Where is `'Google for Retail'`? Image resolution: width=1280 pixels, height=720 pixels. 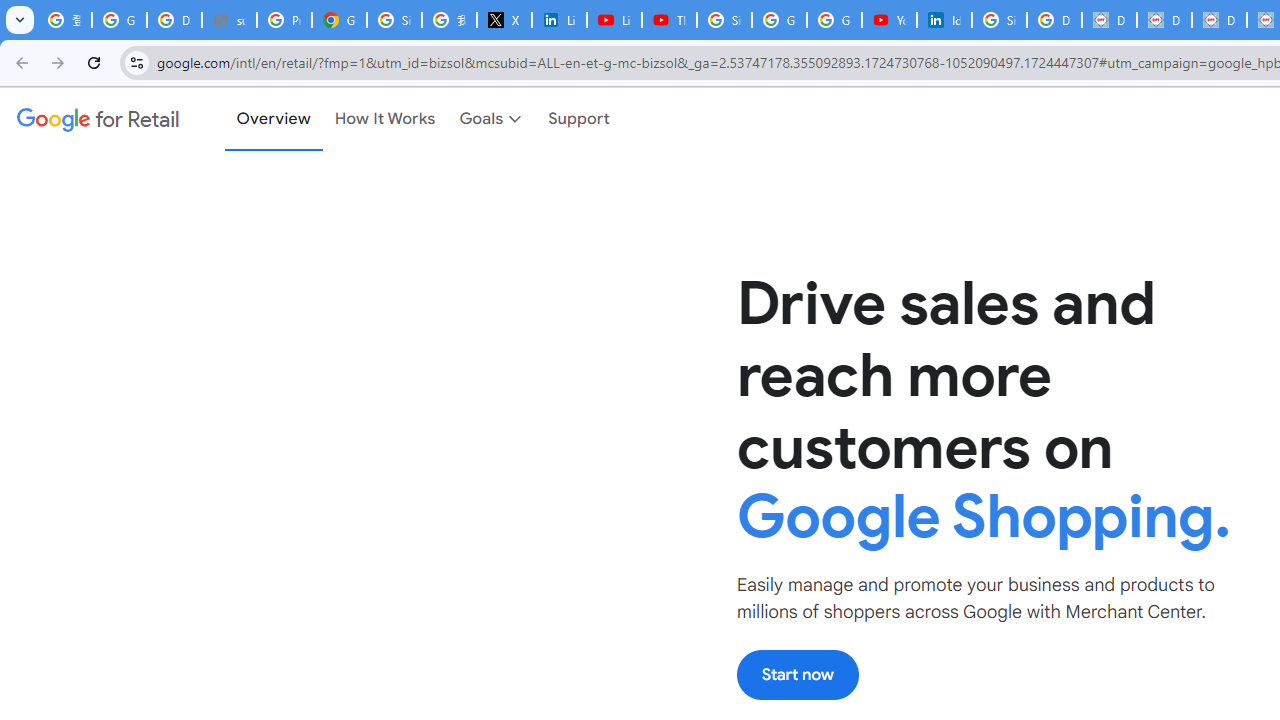 'Google for Retail' is located at coordinates (97, 119).